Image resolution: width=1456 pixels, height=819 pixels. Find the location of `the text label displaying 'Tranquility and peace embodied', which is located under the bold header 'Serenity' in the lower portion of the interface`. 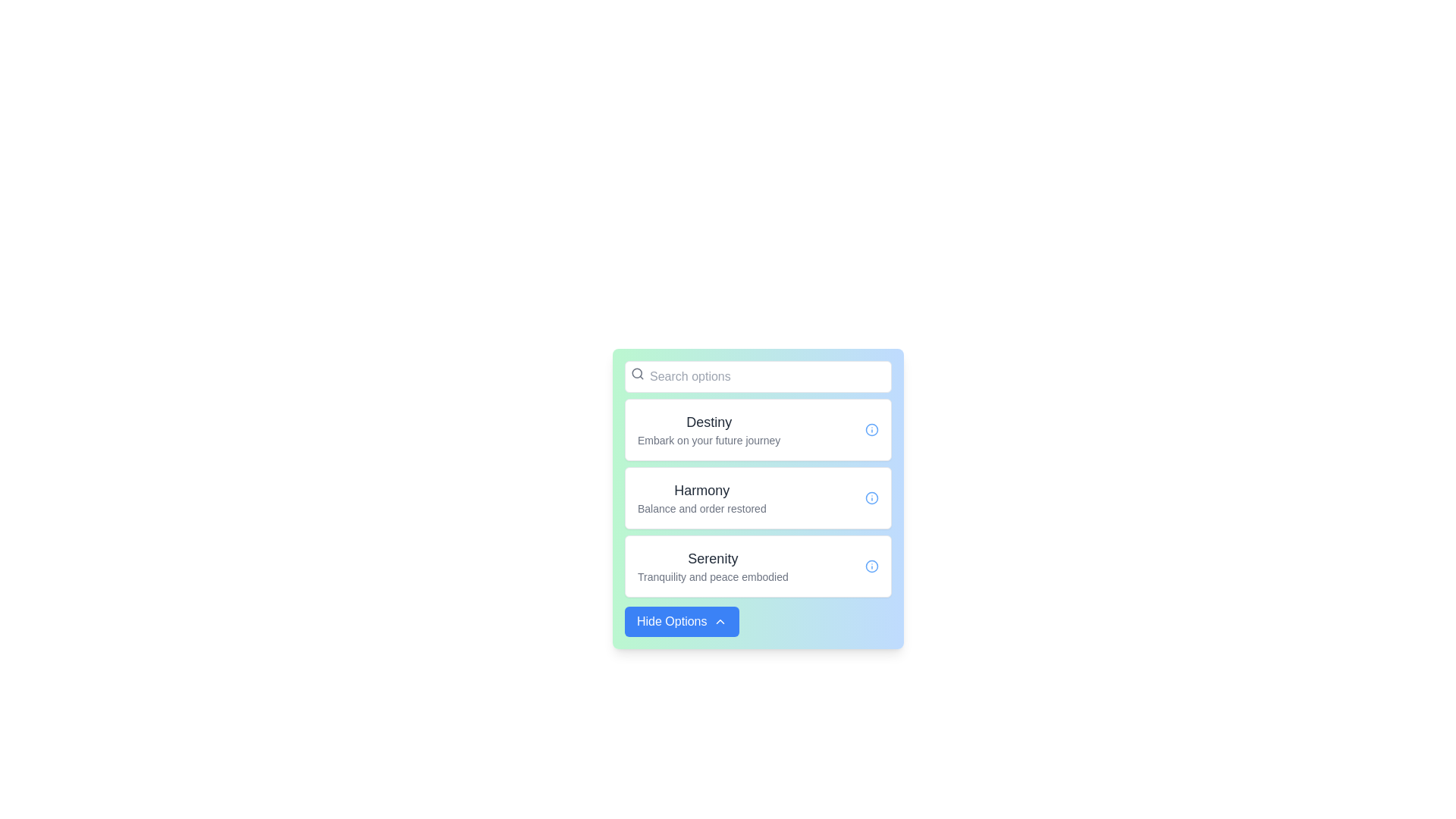

the text label displaying 'Tranquility and peace embodied', which is located under the bold header 'Serenity' in the lower portion of the interface is located at coordinates (712, 576).